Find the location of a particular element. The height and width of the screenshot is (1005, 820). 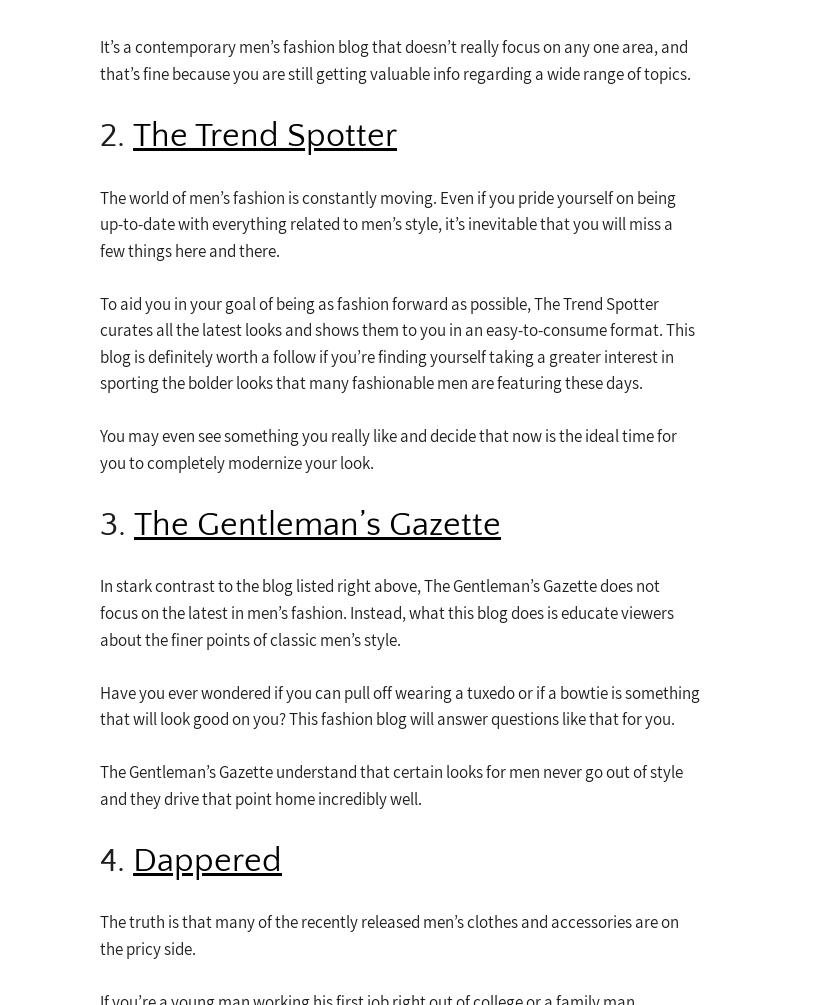

'Dappered' is located at coordinates (206, 858).